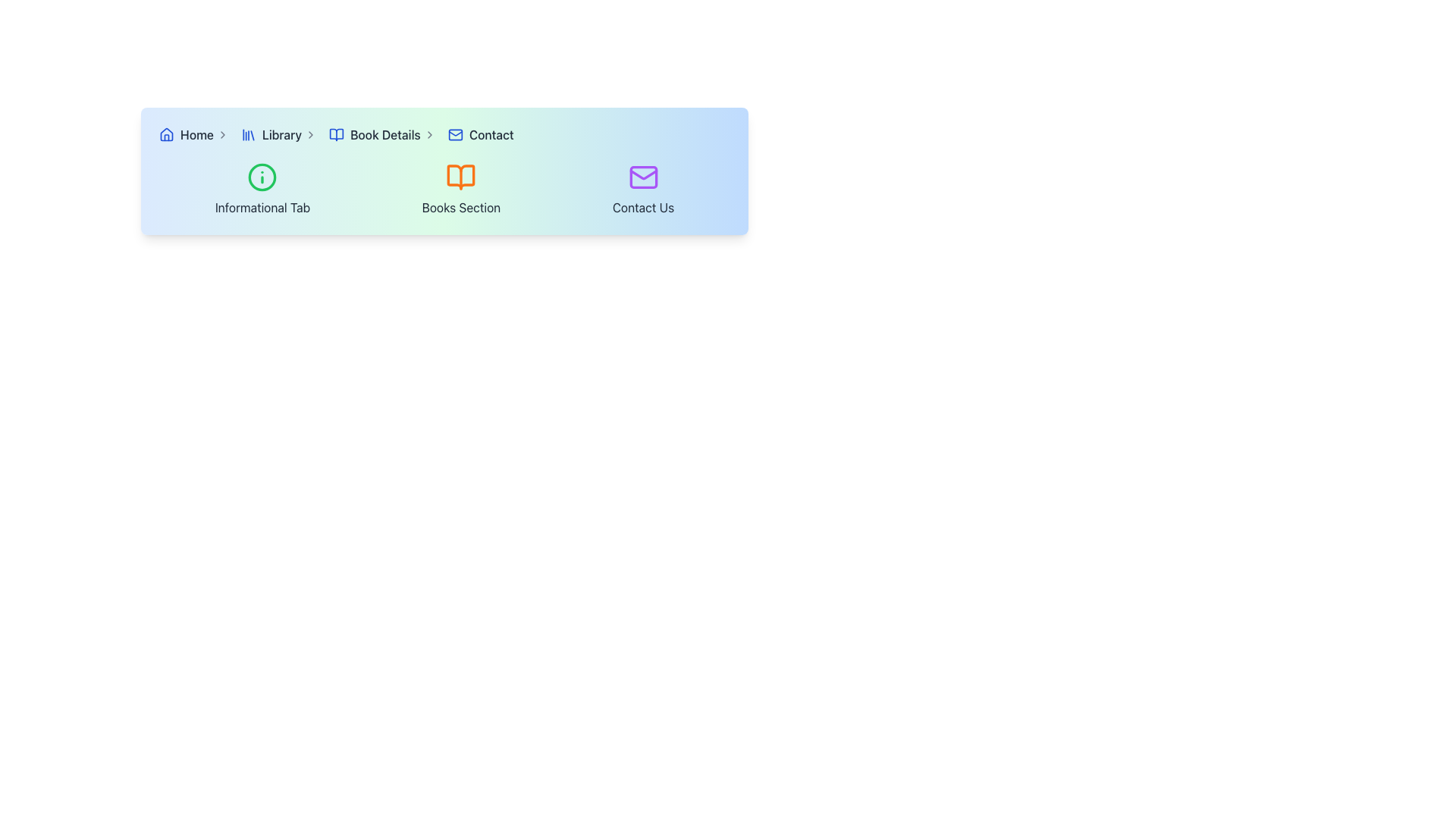 This screenshot has width=1456, height=819. Describe the element at coordinates (643, 189) in the screenshot. I see `the 'Contact Us' button in the horizontal menu` at that location.